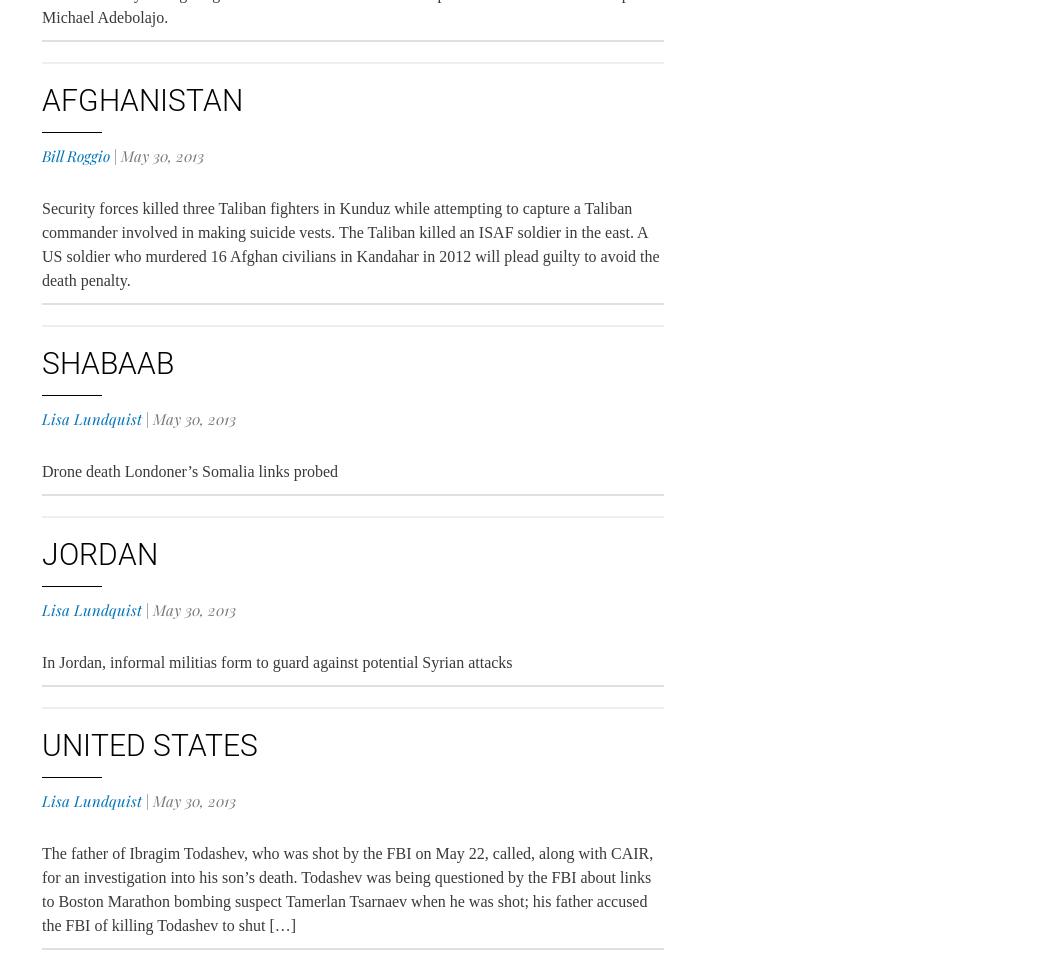 The height and width of the screenshot is (957, 1039). Describe the element at coordinates (141, 100) in the screenshot. I see `'Afghanistan'` at that location.